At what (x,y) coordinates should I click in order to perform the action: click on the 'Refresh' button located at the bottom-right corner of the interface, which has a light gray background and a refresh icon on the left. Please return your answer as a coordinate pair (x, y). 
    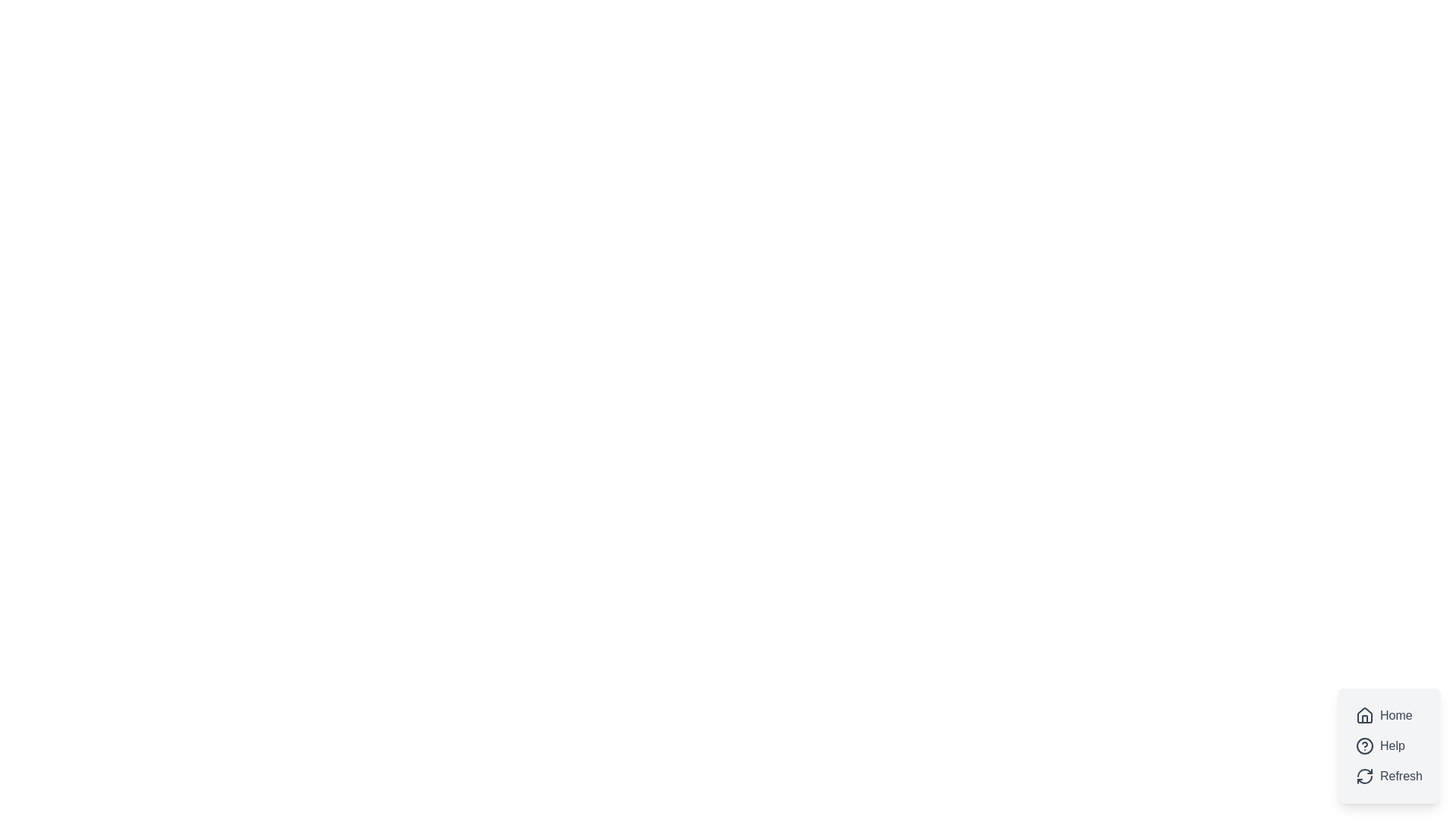
    Looking at the image, I should click on (1389, 776).